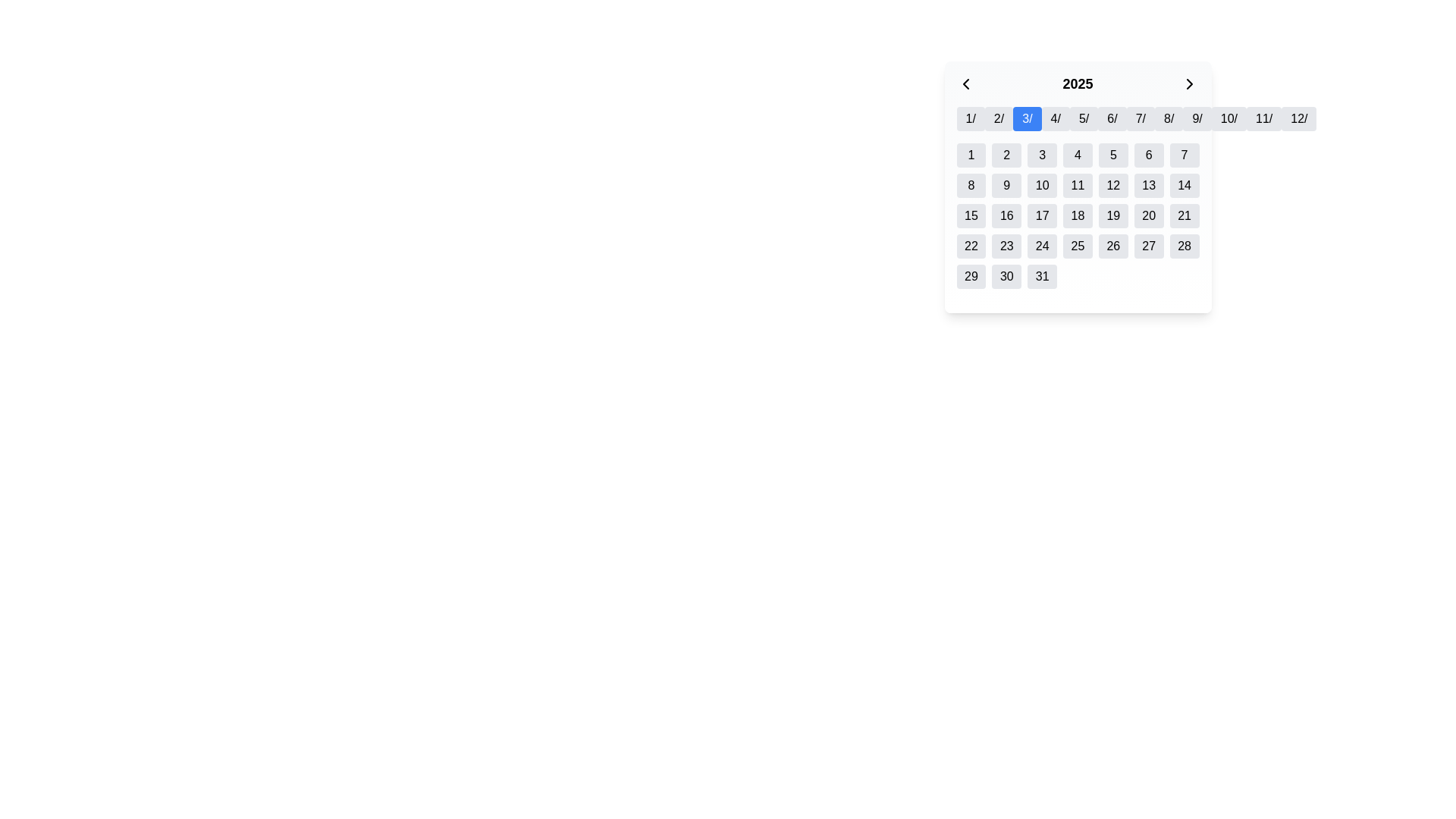 The image size is (1456, 819). Describe the element at coordinates (1184, 216) in the screenshot. I see `the button displaying the number '21' in the calendar grid, located in the third row and seventh column, which has a light gray background and a rounded rectangle shape` at that location.